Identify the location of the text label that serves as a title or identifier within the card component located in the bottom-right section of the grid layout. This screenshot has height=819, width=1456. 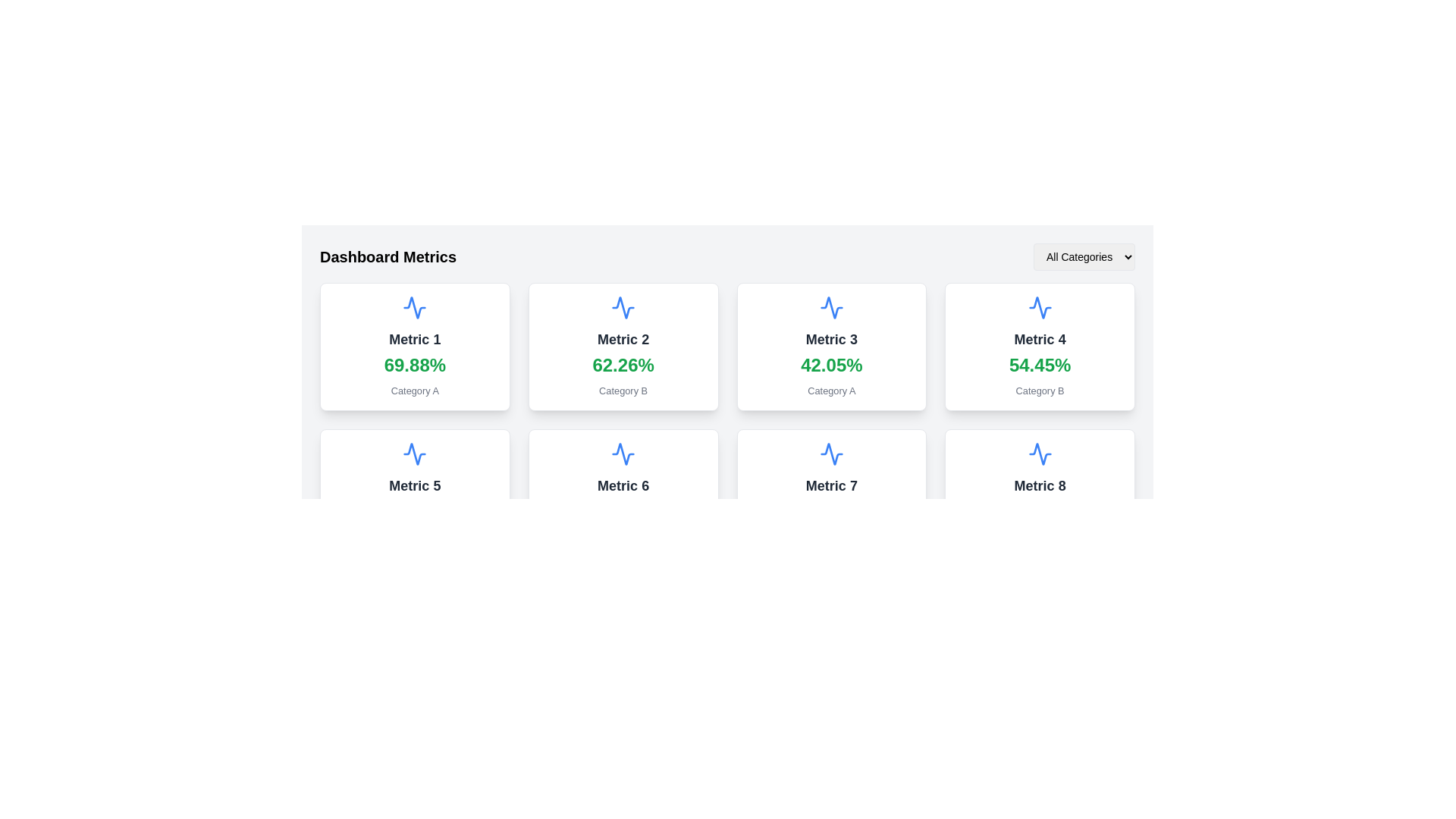
(1039, 486).